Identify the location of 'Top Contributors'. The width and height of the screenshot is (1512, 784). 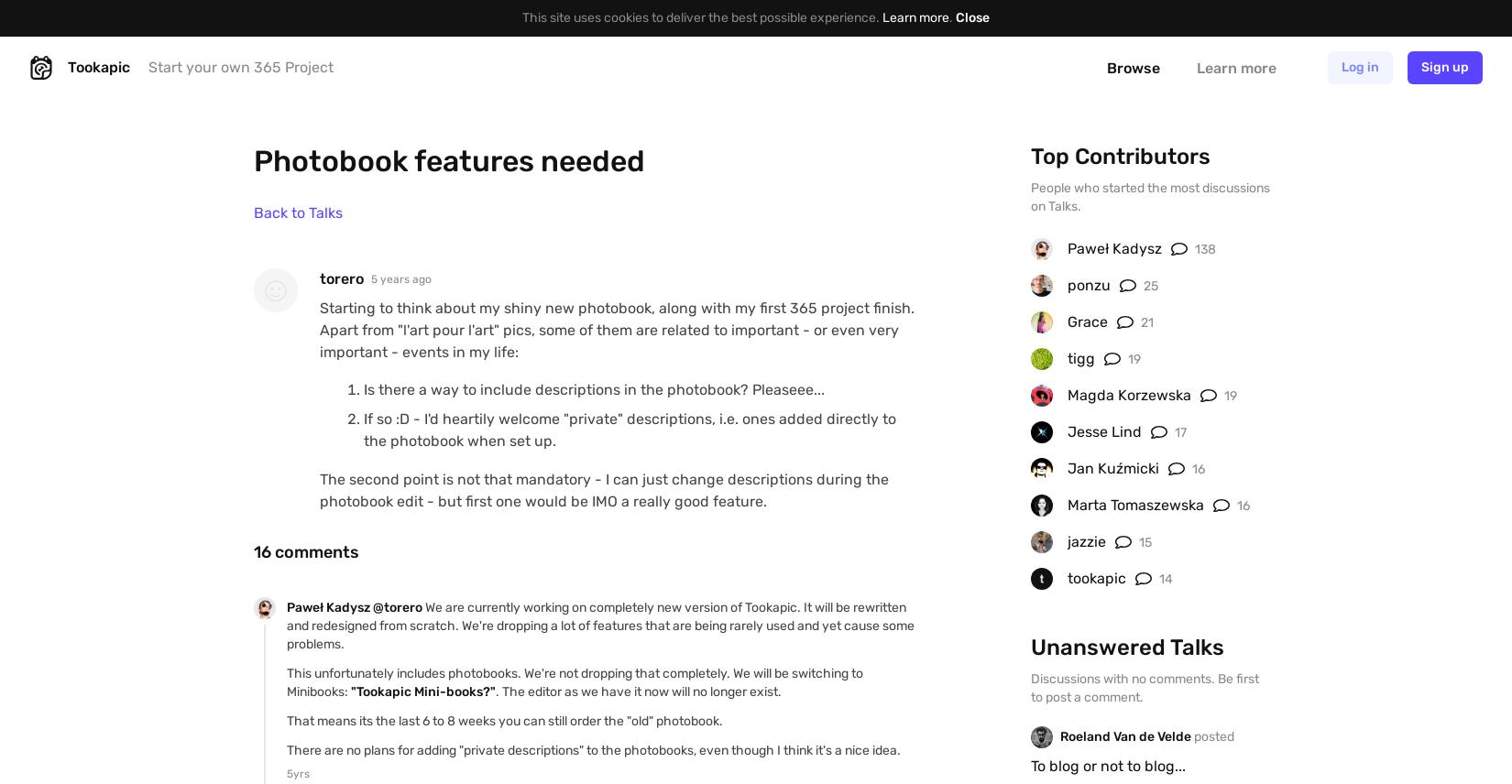
(1030, 157).